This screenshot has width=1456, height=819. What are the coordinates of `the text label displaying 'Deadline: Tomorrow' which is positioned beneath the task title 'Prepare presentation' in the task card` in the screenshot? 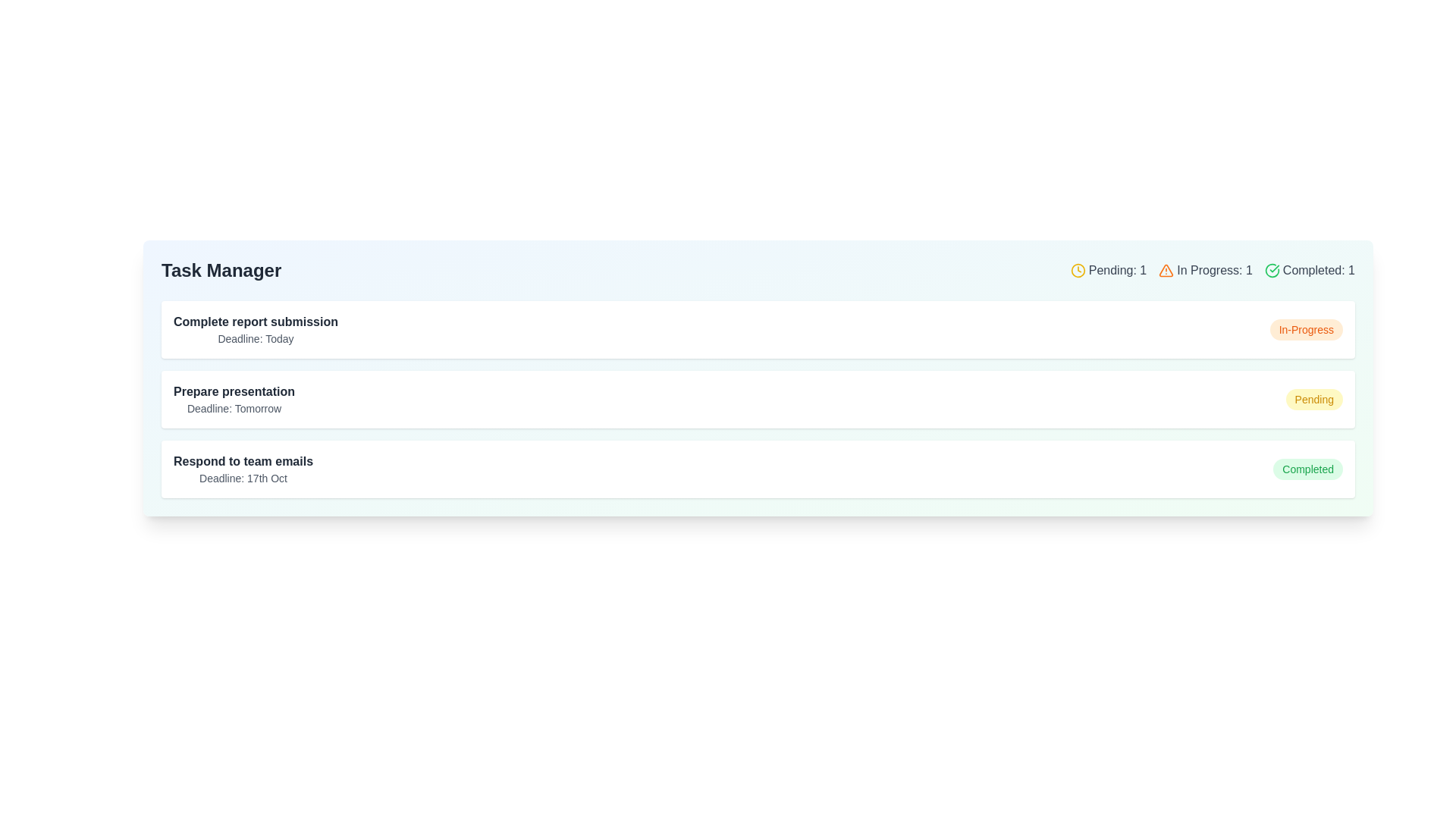 It's located at (234, 408).